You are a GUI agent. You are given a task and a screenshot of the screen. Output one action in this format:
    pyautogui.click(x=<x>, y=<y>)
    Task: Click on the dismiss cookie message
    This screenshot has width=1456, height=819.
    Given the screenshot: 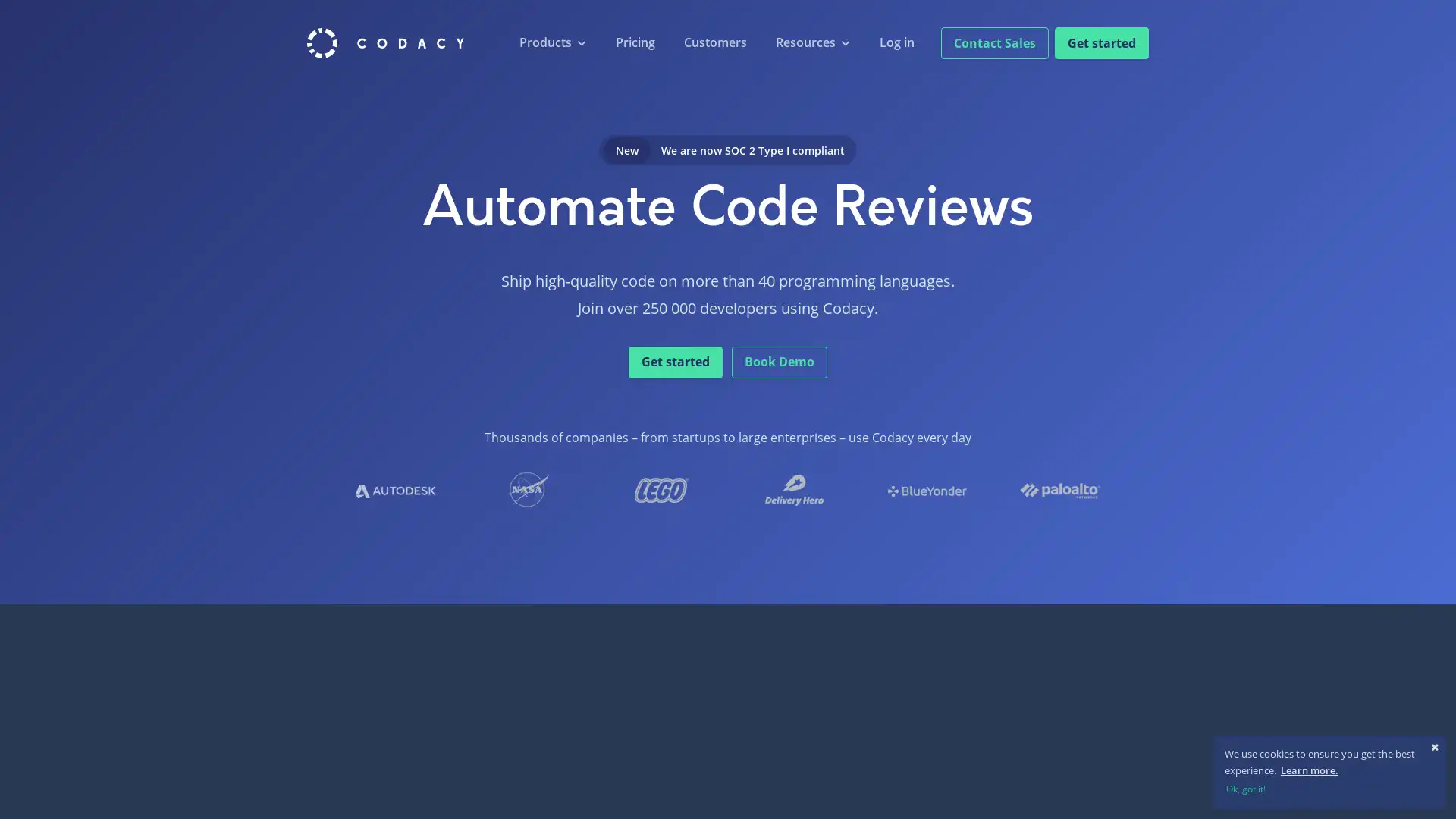 What is the action you would take?
    pyautogui.click(x=1434, y=745)
    